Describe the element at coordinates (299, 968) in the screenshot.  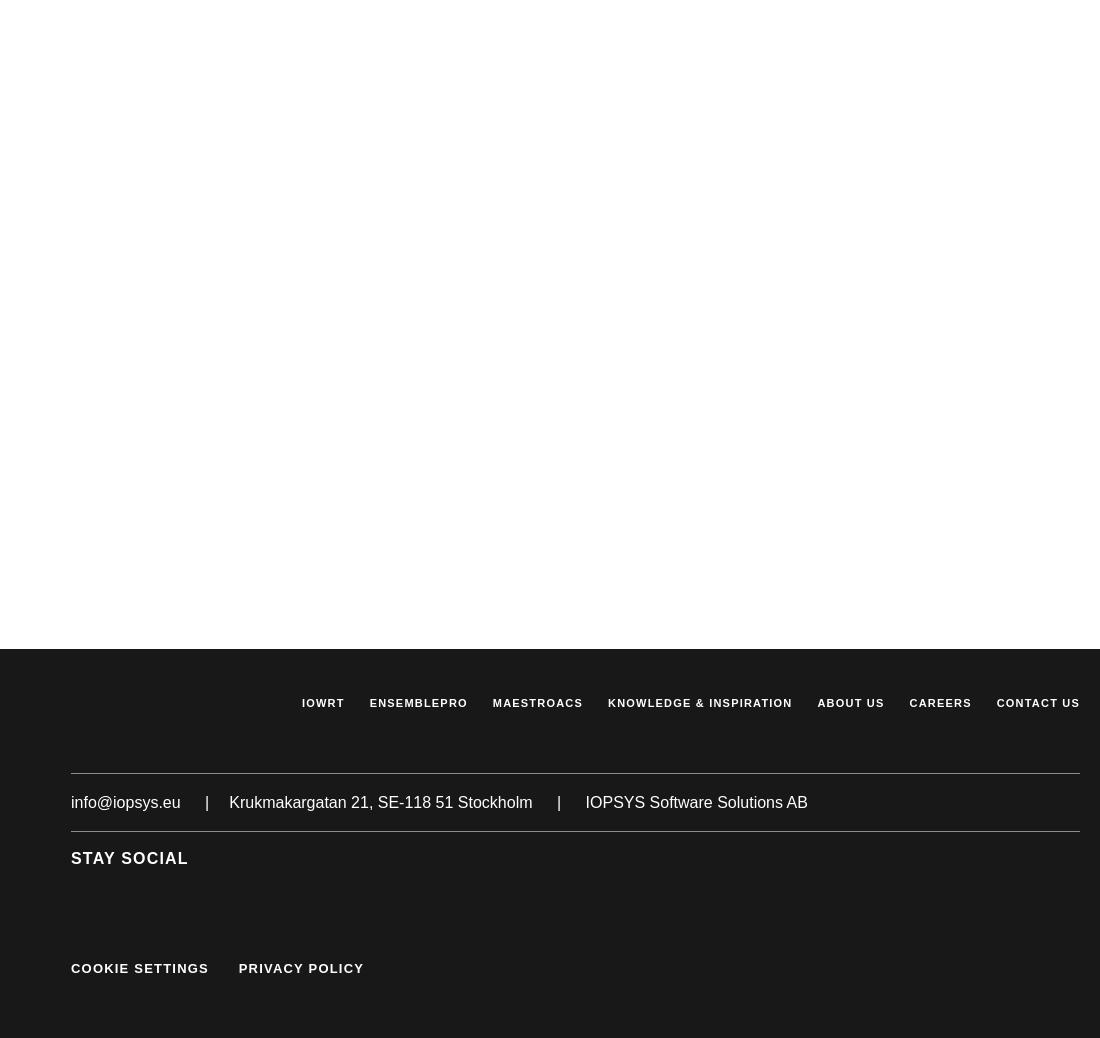
I see `'PRIVACY POLICY'` at that location.